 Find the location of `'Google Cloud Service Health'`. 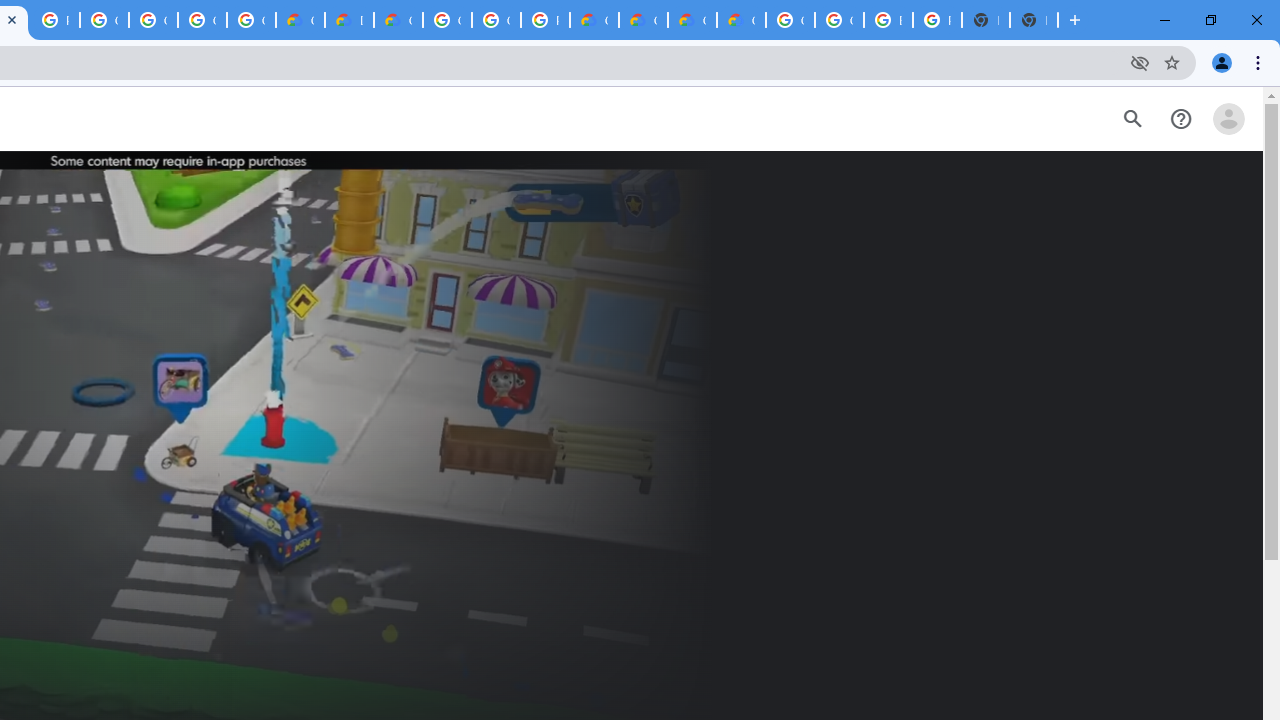

'Google Cloud Service Health' is located at coordinates (740, 20).